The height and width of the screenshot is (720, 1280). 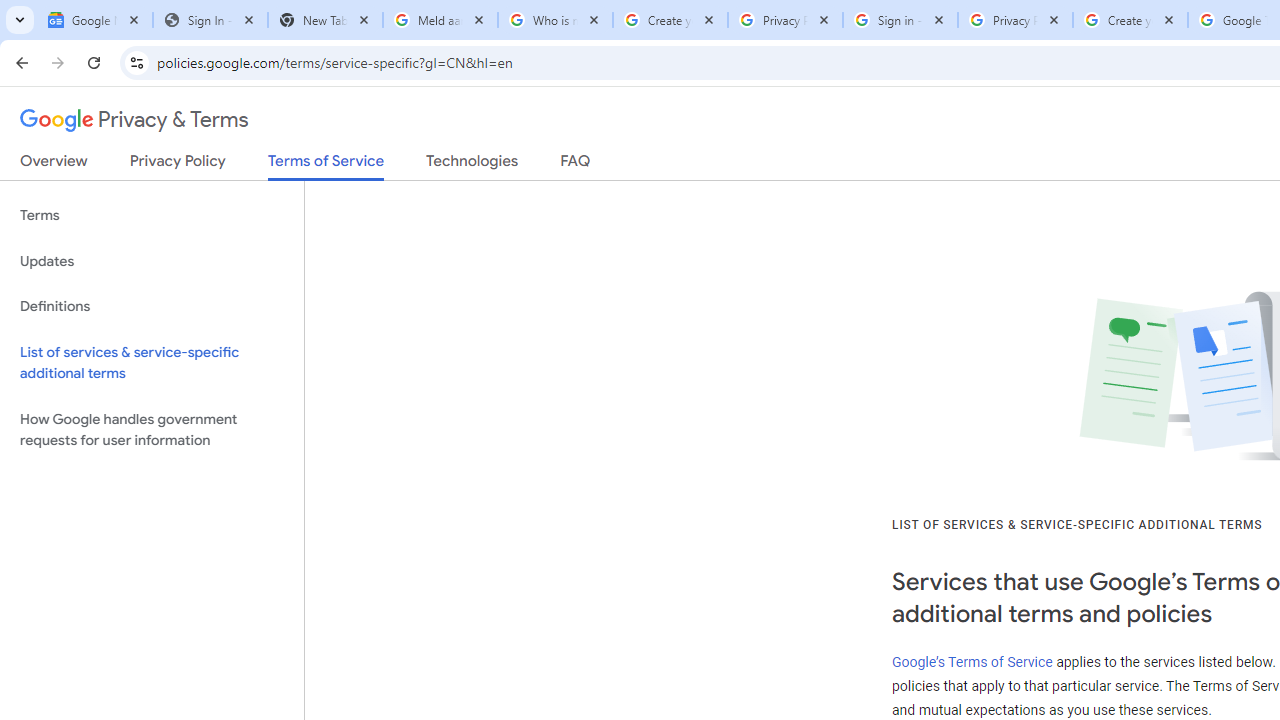 I want to click on 'Google News', so click(x=94, y=20).